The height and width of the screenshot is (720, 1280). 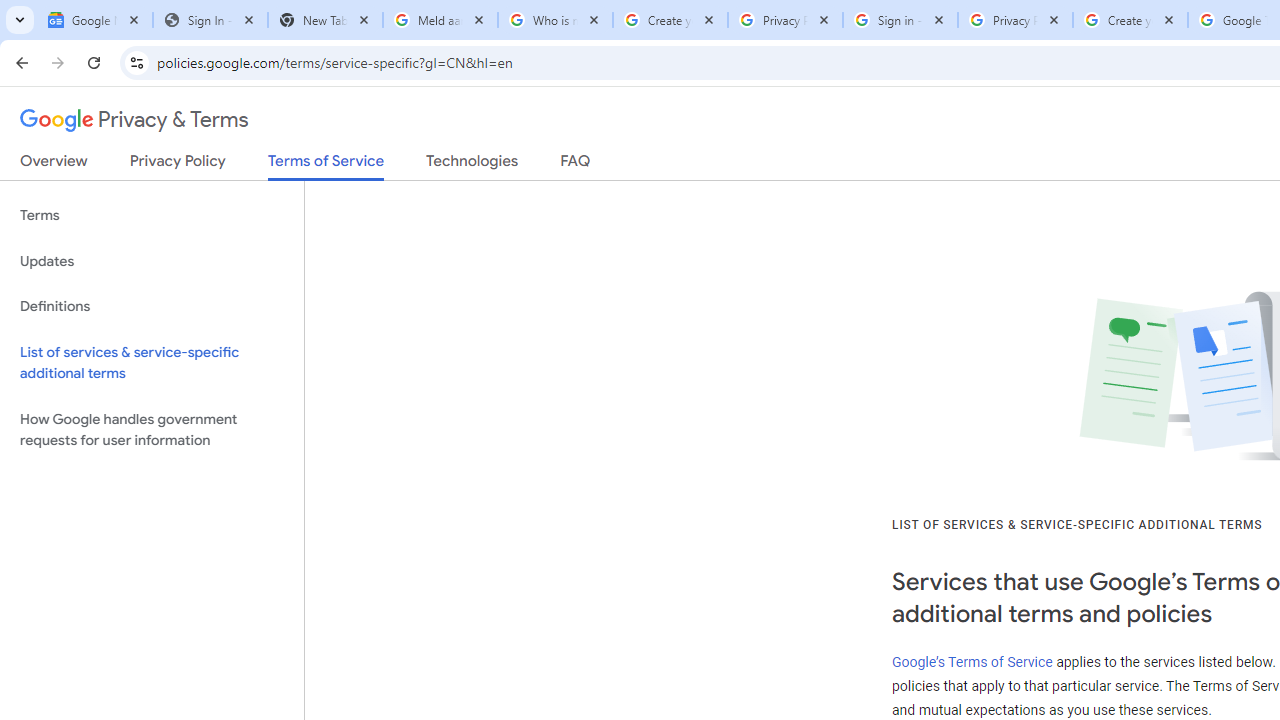 I want to click on 'Google News', so click(x=94, y=20).